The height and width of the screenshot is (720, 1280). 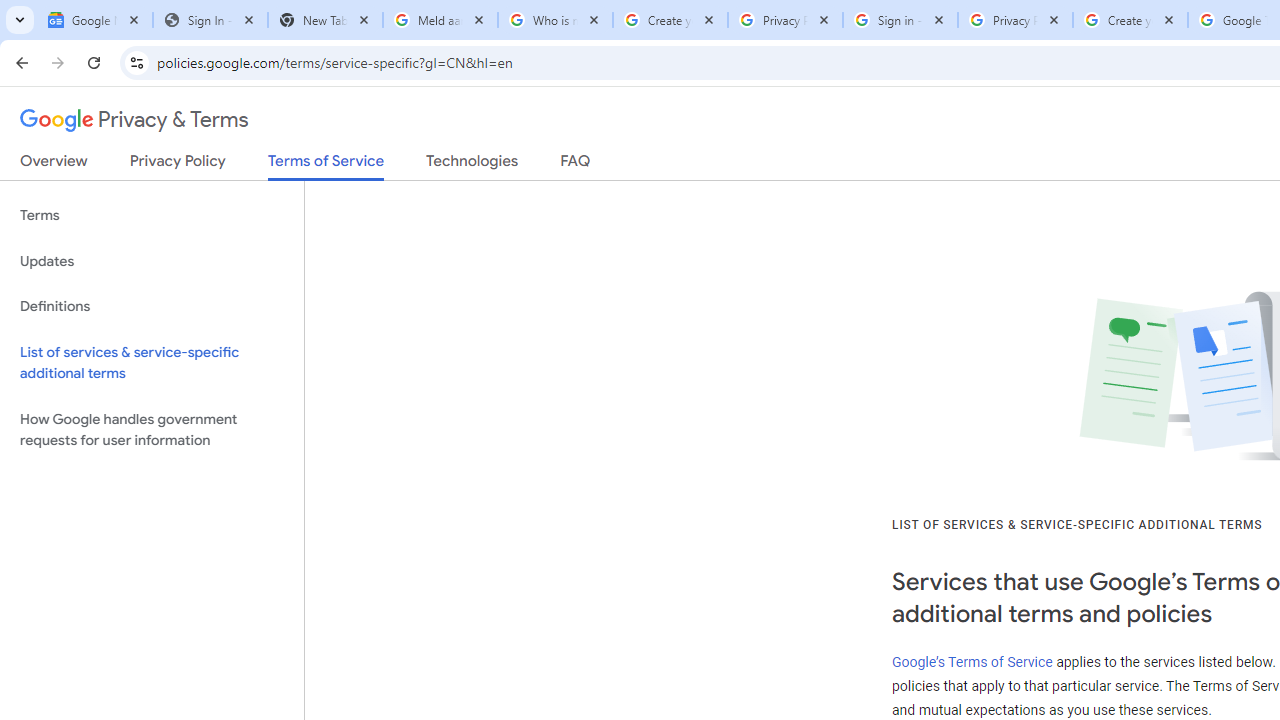 I want to click on 'Google News', so click(x=94, y=20).